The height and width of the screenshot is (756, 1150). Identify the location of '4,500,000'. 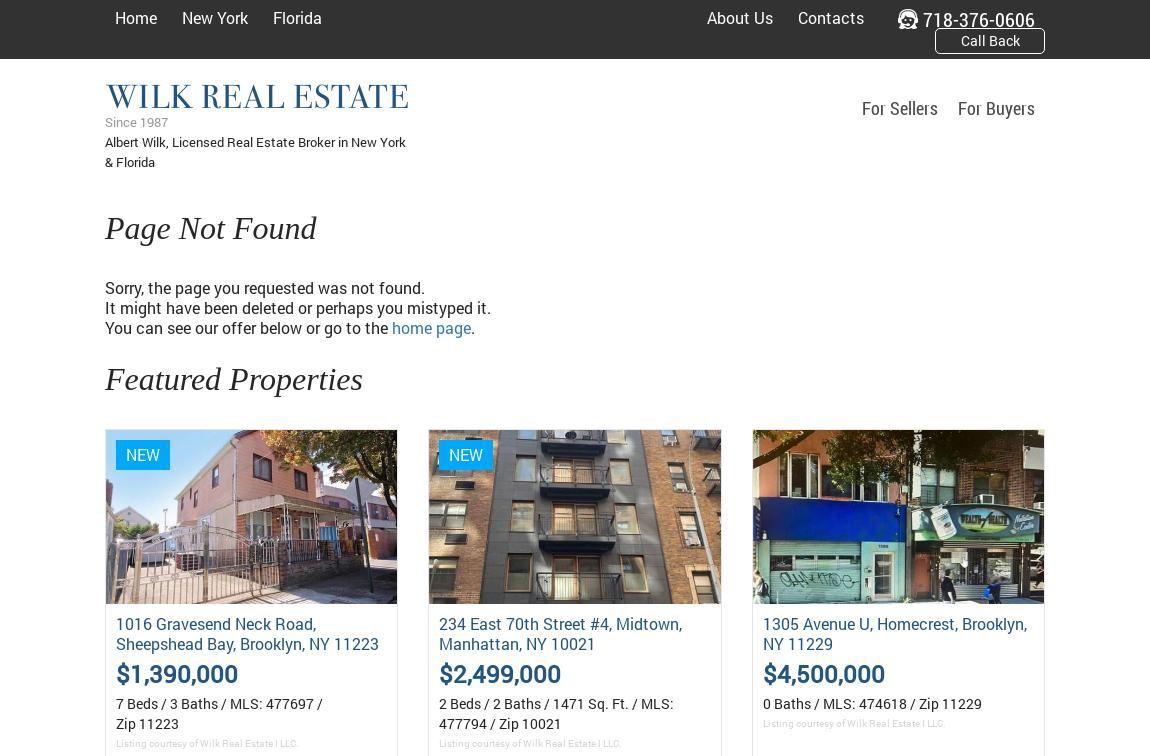
(828, 672).